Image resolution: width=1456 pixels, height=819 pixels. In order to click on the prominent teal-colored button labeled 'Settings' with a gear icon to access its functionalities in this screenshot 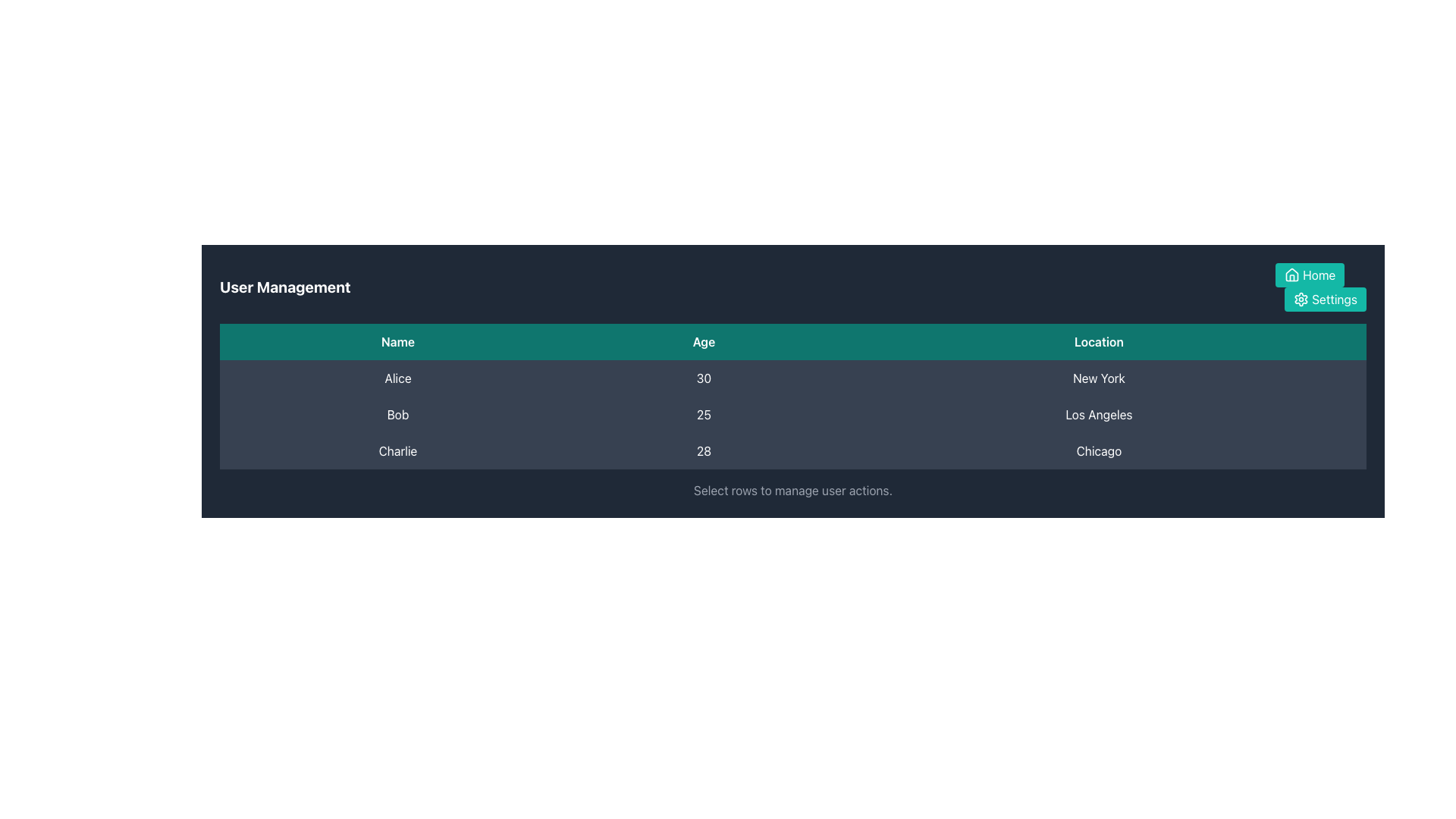, I will do `click(1324, 299)`.